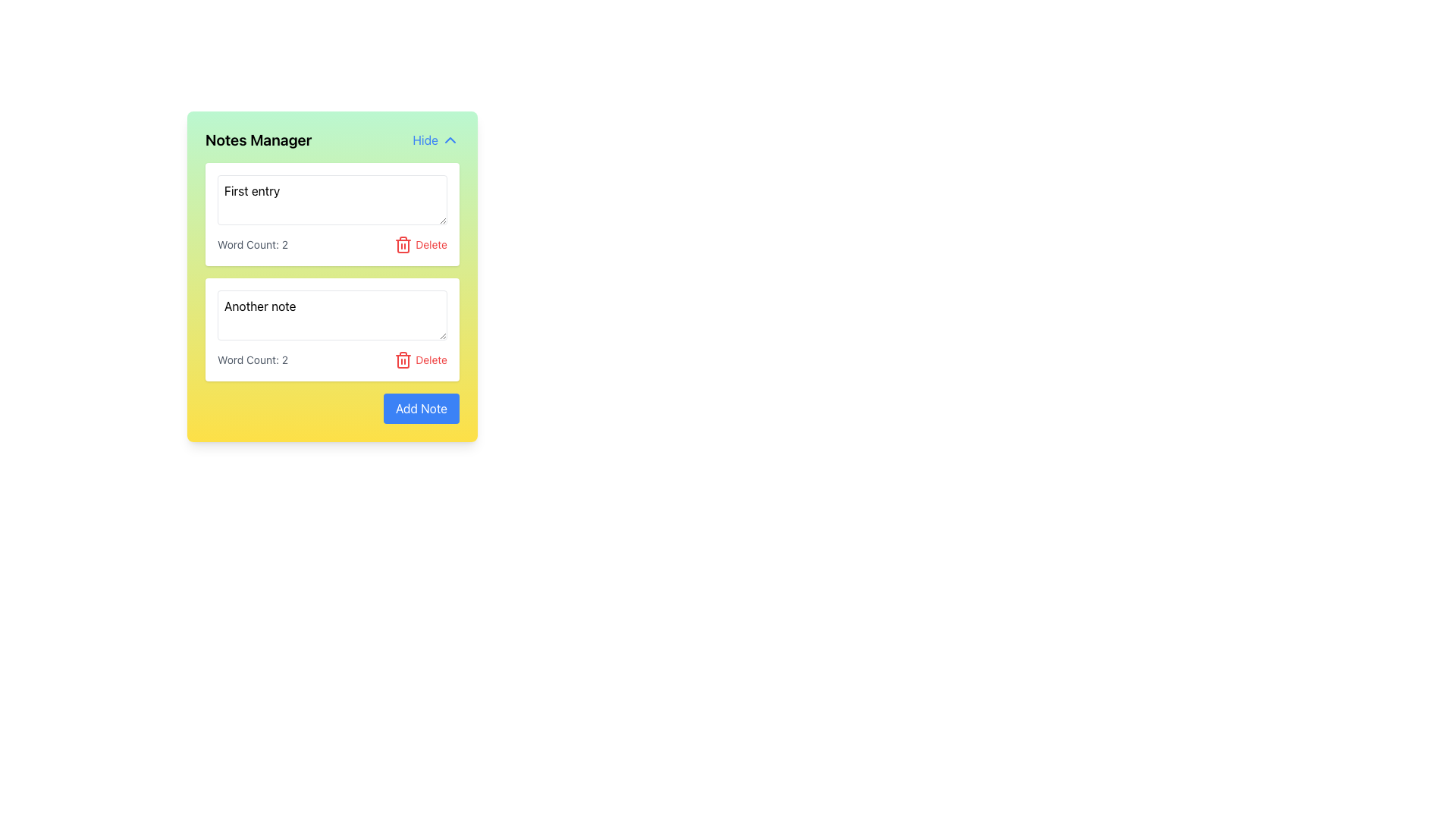  I want to click on text label 'Hide' displayed in blue color in the top-right corner of the Notes Manager interface, so click(425, 140).